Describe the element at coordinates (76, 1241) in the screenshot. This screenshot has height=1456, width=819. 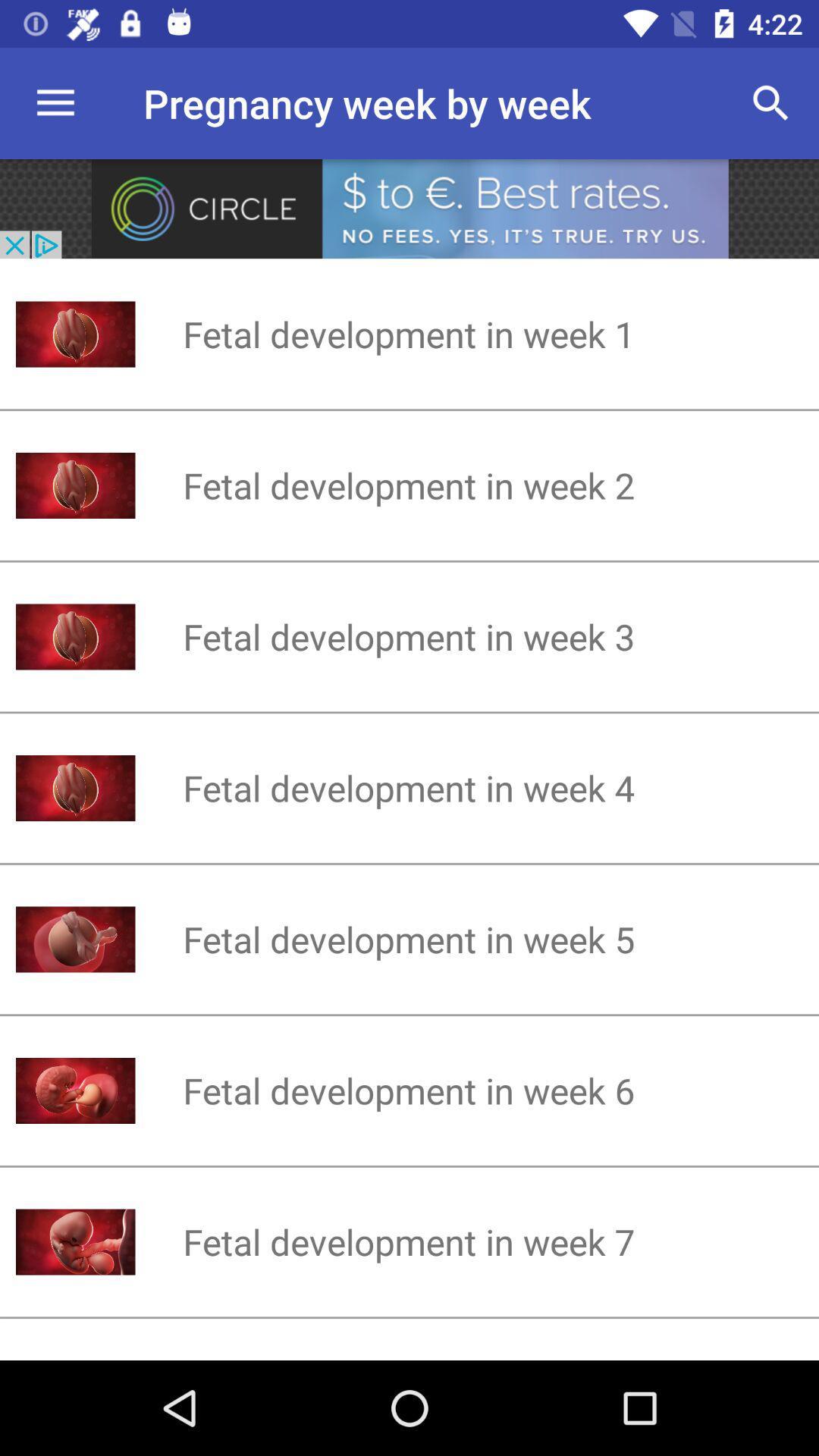
I see `the image on the top left corner of the web page` at that location.